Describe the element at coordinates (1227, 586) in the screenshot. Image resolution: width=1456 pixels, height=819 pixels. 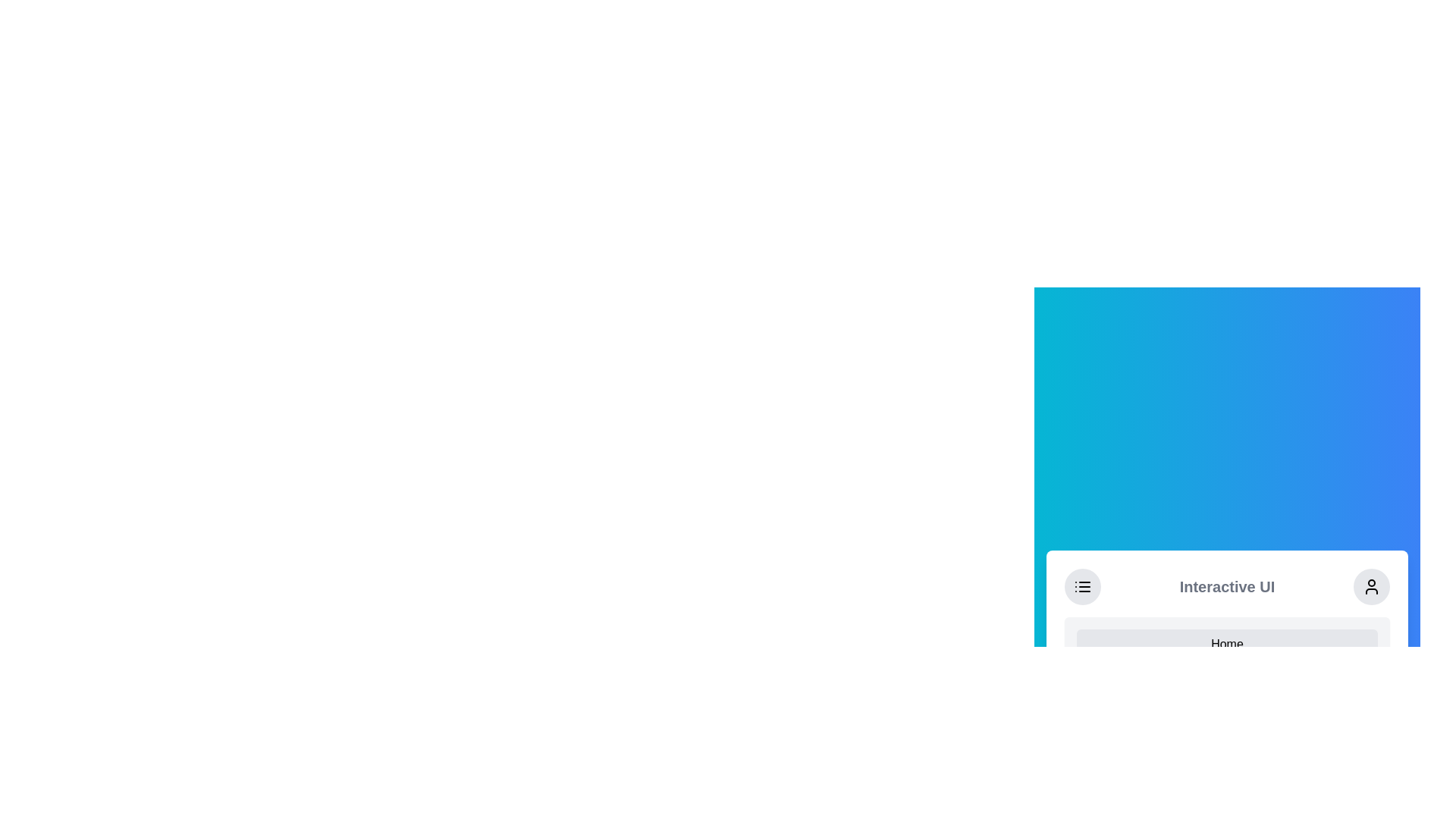
I see `the centrally located Text label that serves as a heading or title for the interface, indicating the current context or module of the application` at that location.